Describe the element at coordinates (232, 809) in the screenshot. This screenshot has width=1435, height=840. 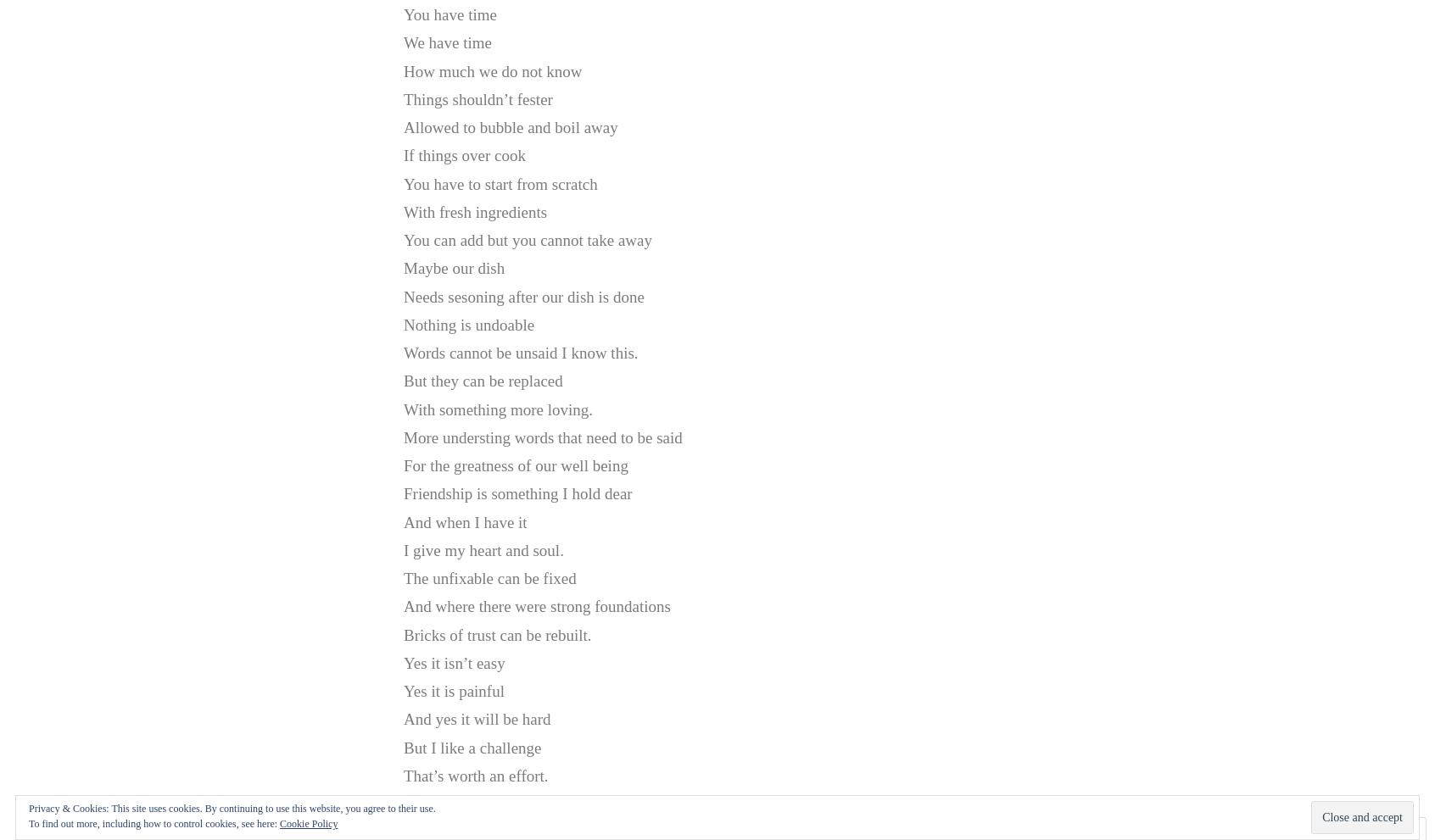
I see `'Privacy & Cookies: This site uses cookies. By continuing to use this website, you agree to their use.'` at that location.